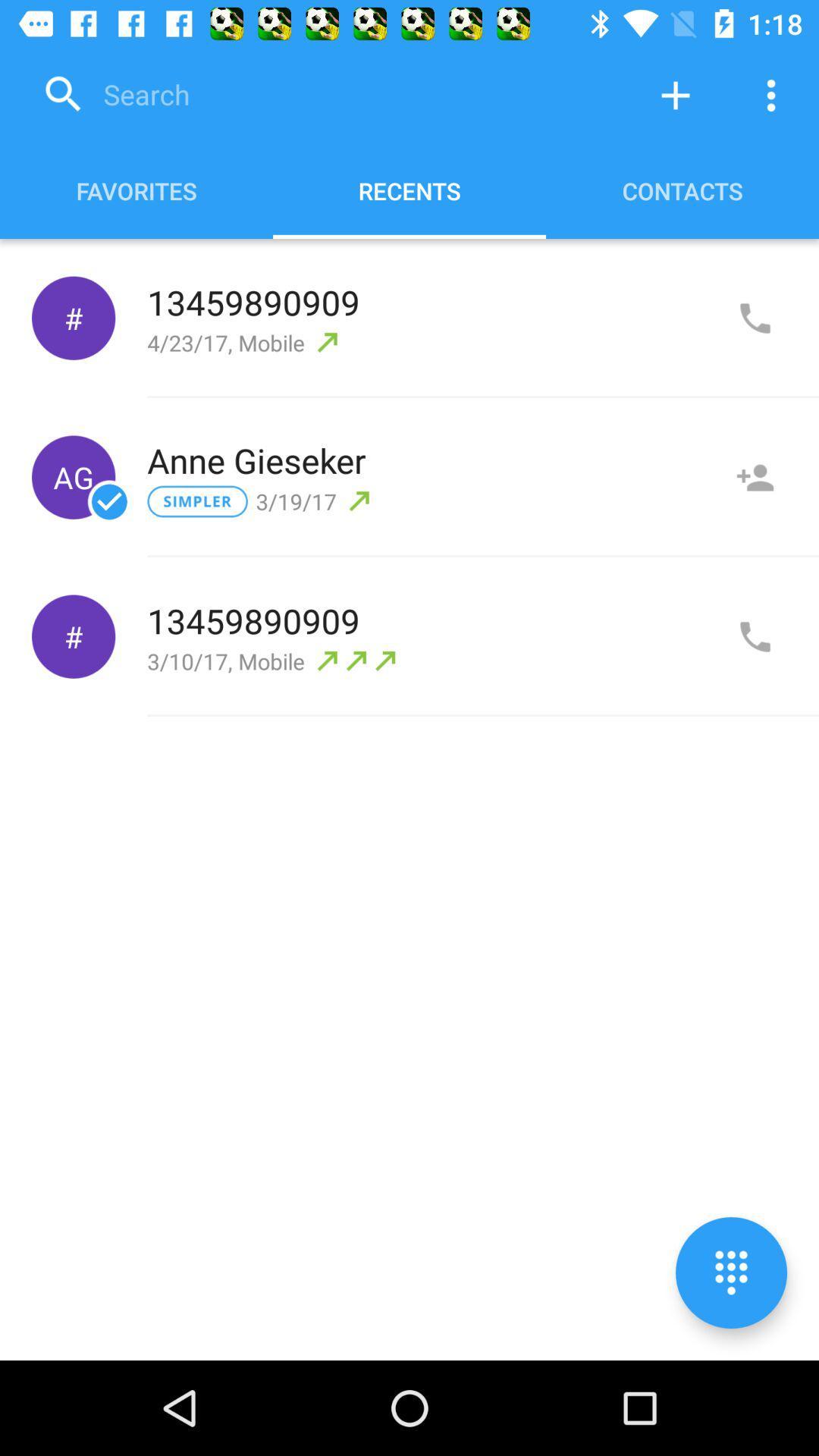 The image size is (819, 1456). Describe the element at coordinates (755, 318) in the screenshot. I see `call number` at that location.